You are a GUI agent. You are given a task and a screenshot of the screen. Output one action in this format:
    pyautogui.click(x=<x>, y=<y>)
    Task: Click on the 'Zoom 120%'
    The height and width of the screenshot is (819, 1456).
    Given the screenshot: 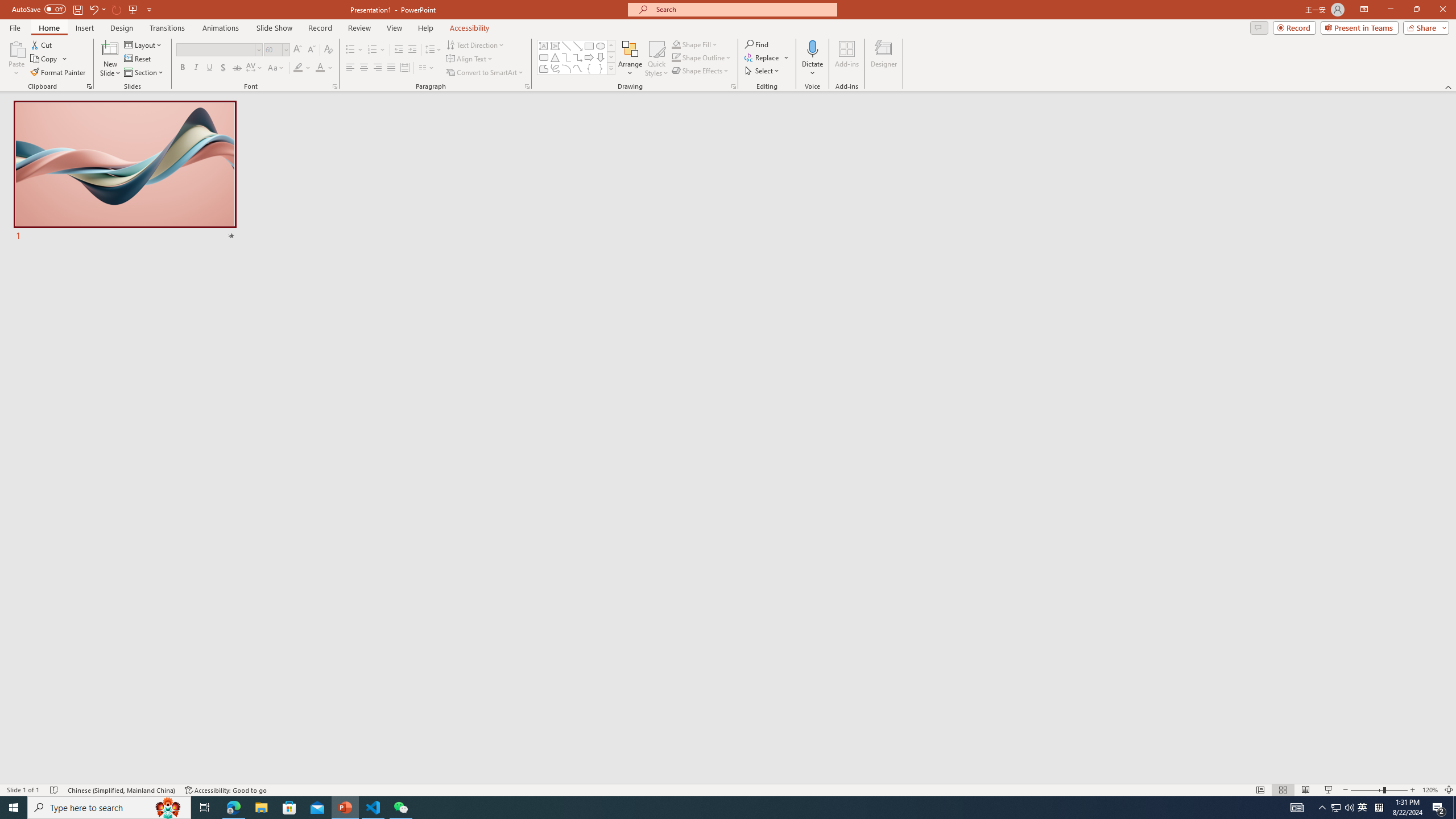 What is the action you would take?
    pyautogui.click(x=1430, y=790)
    